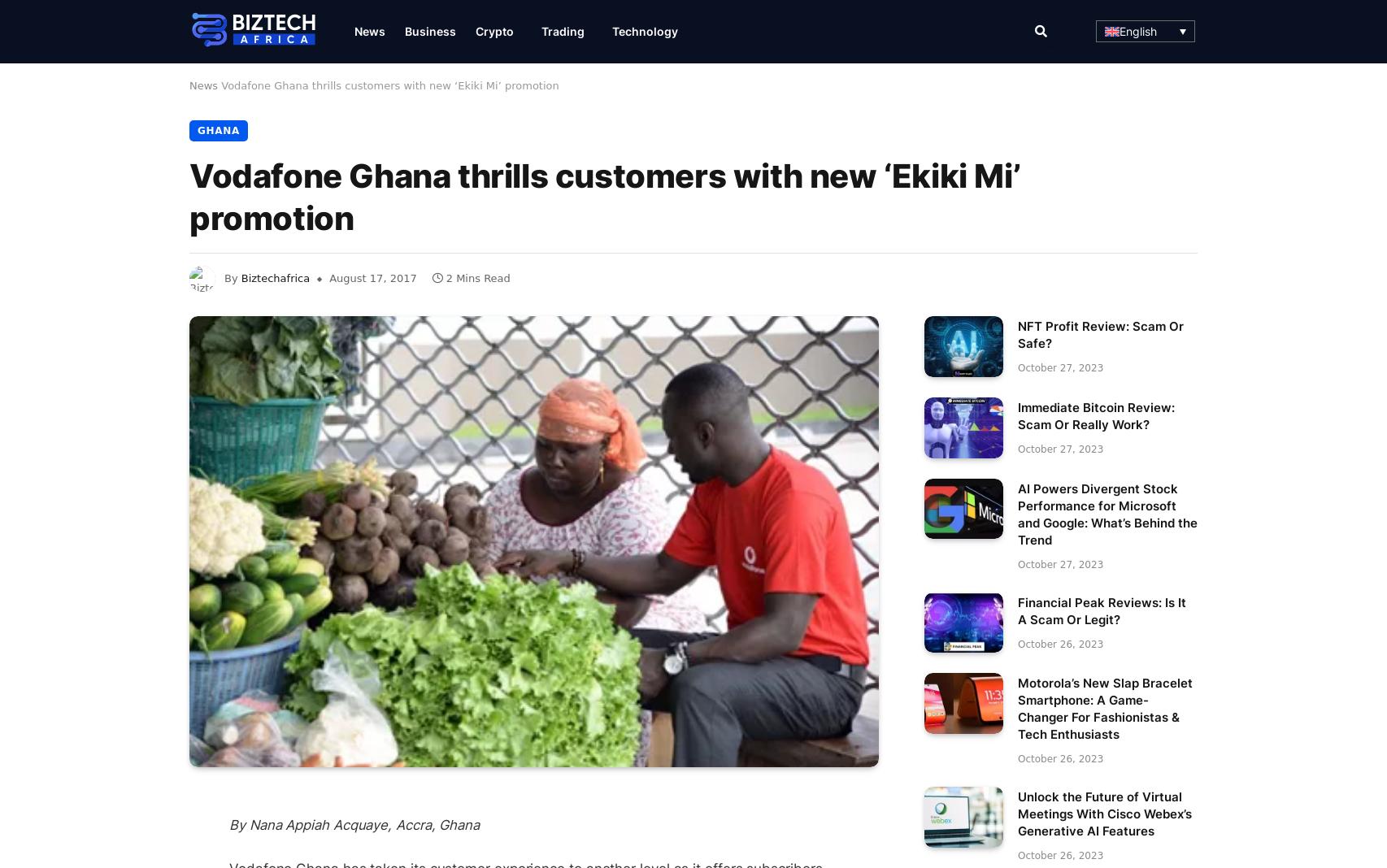  What do you see at coordinates (886, 171) in the screenshot?
I see `'Bitcoin Prime'` at bounding box center [886, 171].